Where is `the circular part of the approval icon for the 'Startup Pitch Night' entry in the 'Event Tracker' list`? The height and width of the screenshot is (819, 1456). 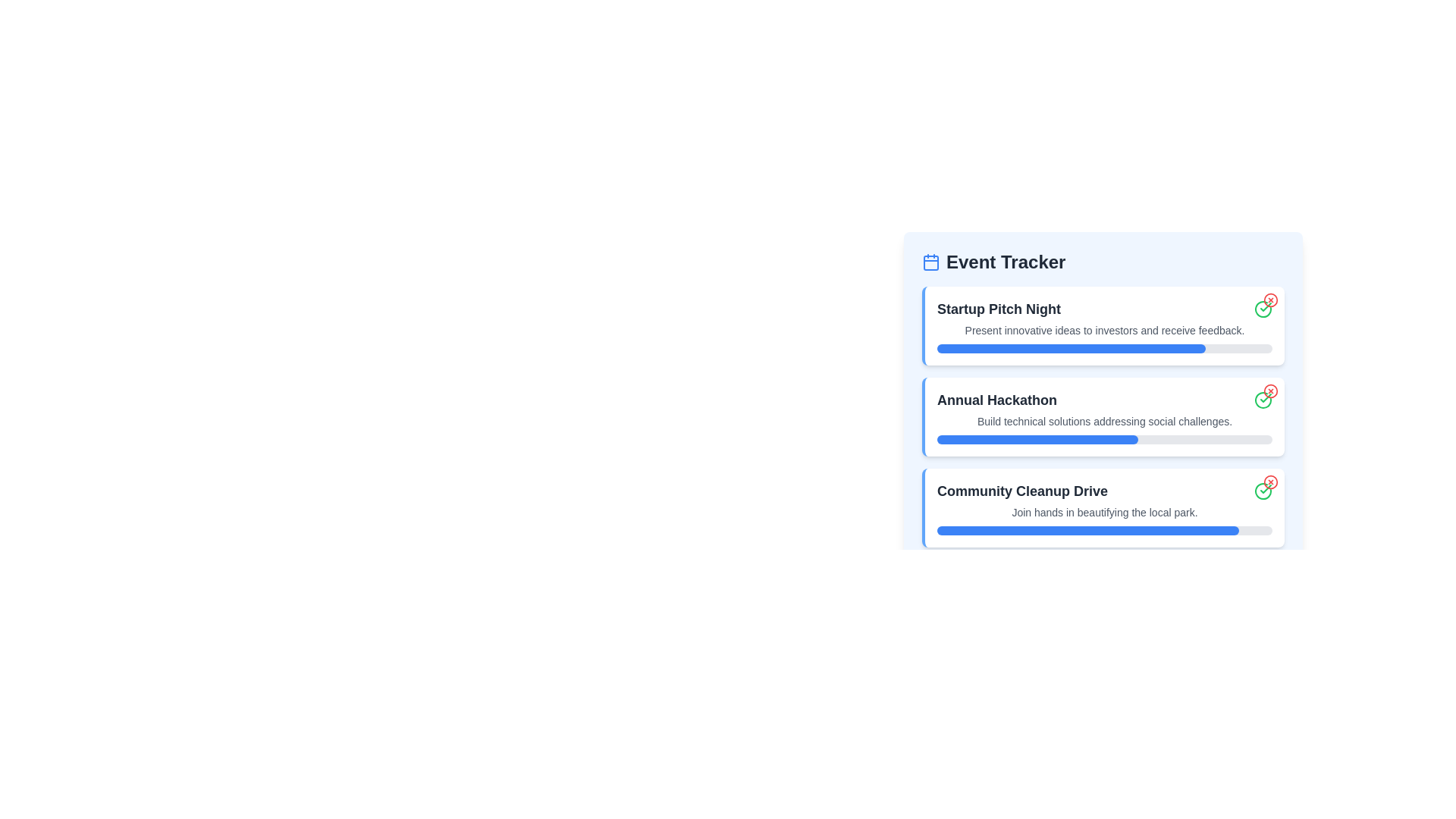
the circular part of the approval icon for the 'Startup Pitch Night' entry in the 'Event Tracker' list is located at coordinates (1263, 491).